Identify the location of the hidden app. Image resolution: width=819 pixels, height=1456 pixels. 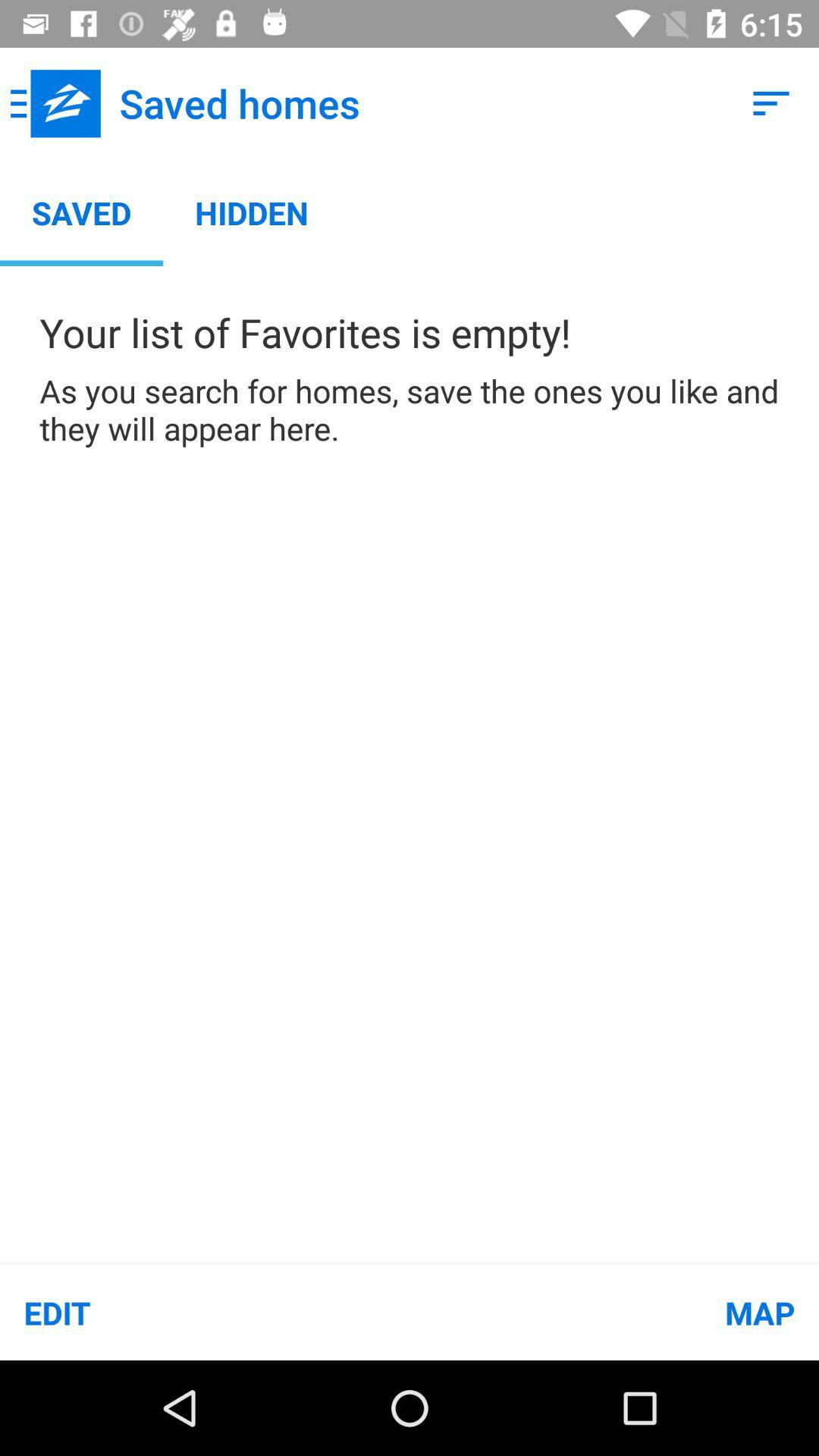
(251, 212).